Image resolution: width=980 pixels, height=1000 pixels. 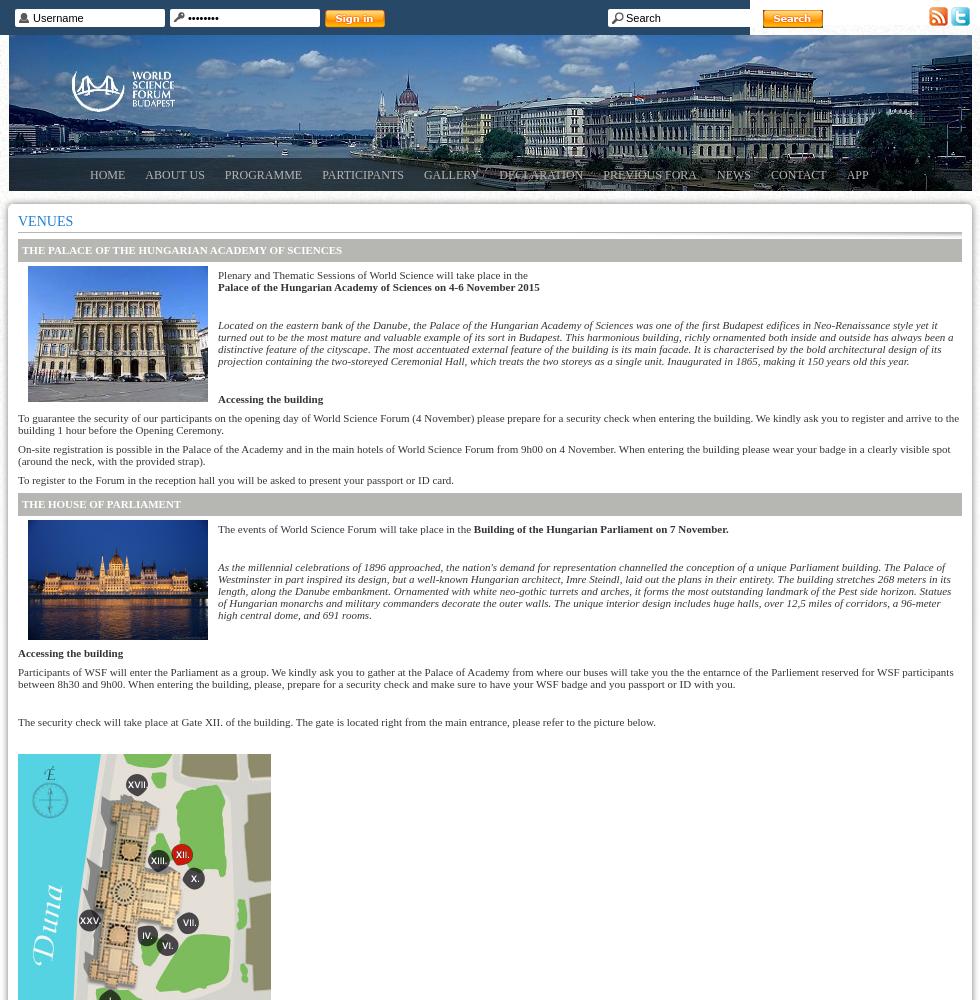 What do you see at coordinates (585, 342) in the screenshot?
I see `'Located on the eastern bank of the Danube, the Palace of the Hungarian Academy of Sciences was one of the first Budapest edifices in
Neo-Renaissance style yet it turned out to be the most mature and valuable
example of its sort in Budapest. This harmonious building, richly ornamented
both inside and outside has always been a distinctive feature of the cityscape.
The most accentuated external feature of the building is its main facade. It is
characterised by the bold architectural design of its projection containing the
two-storeyed Ceremonial Hall, which treats the two storeys as a single unit.  Inaugurated
in 1865, making it 150 years old this year.'` at bounding box center [585, 342].